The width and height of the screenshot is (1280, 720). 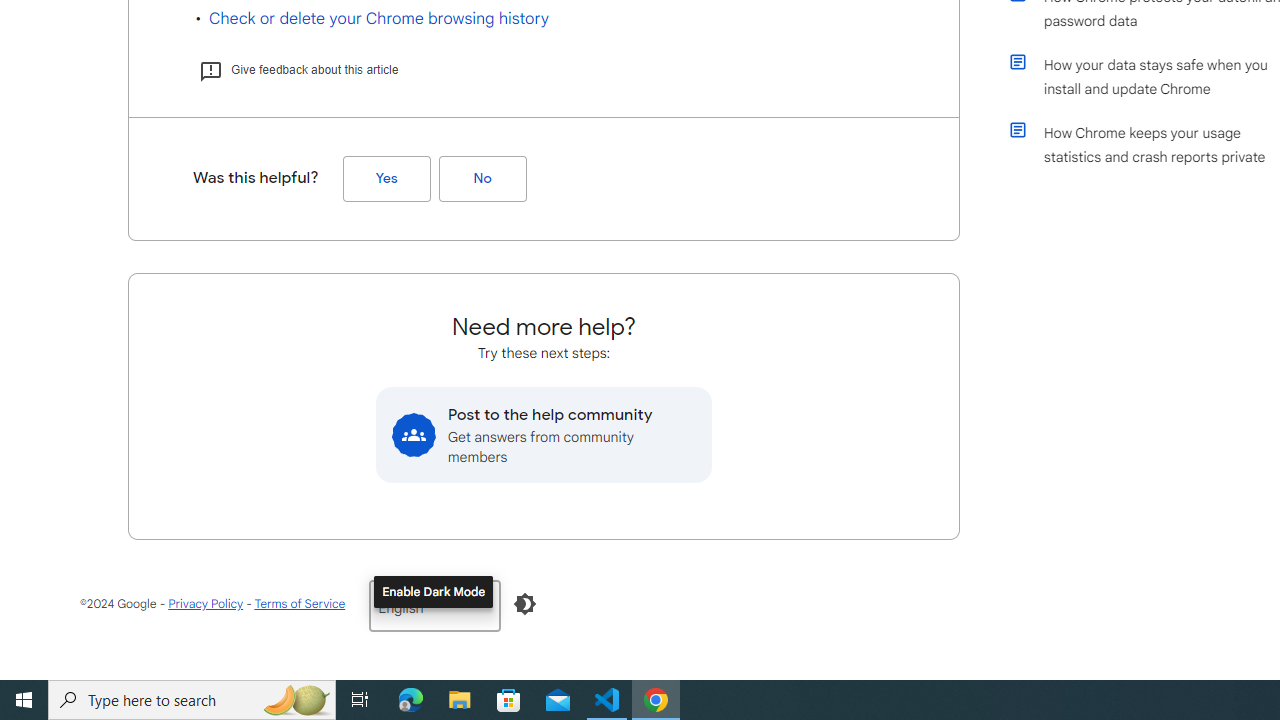 I want to click on 'Terms of Service', so click(x=298, y=602).